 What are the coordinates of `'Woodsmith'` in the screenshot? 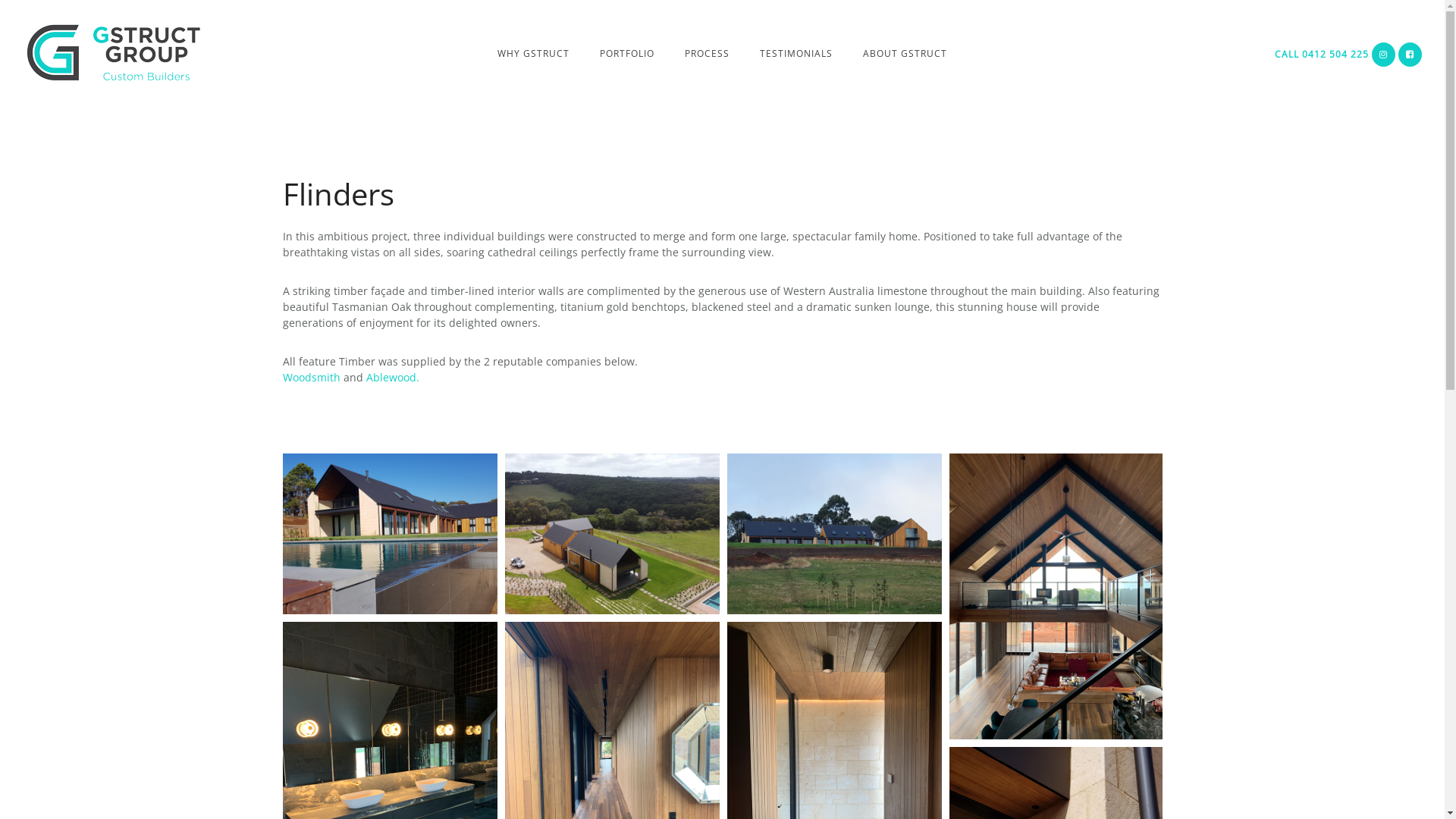 It's located at (312, 376).